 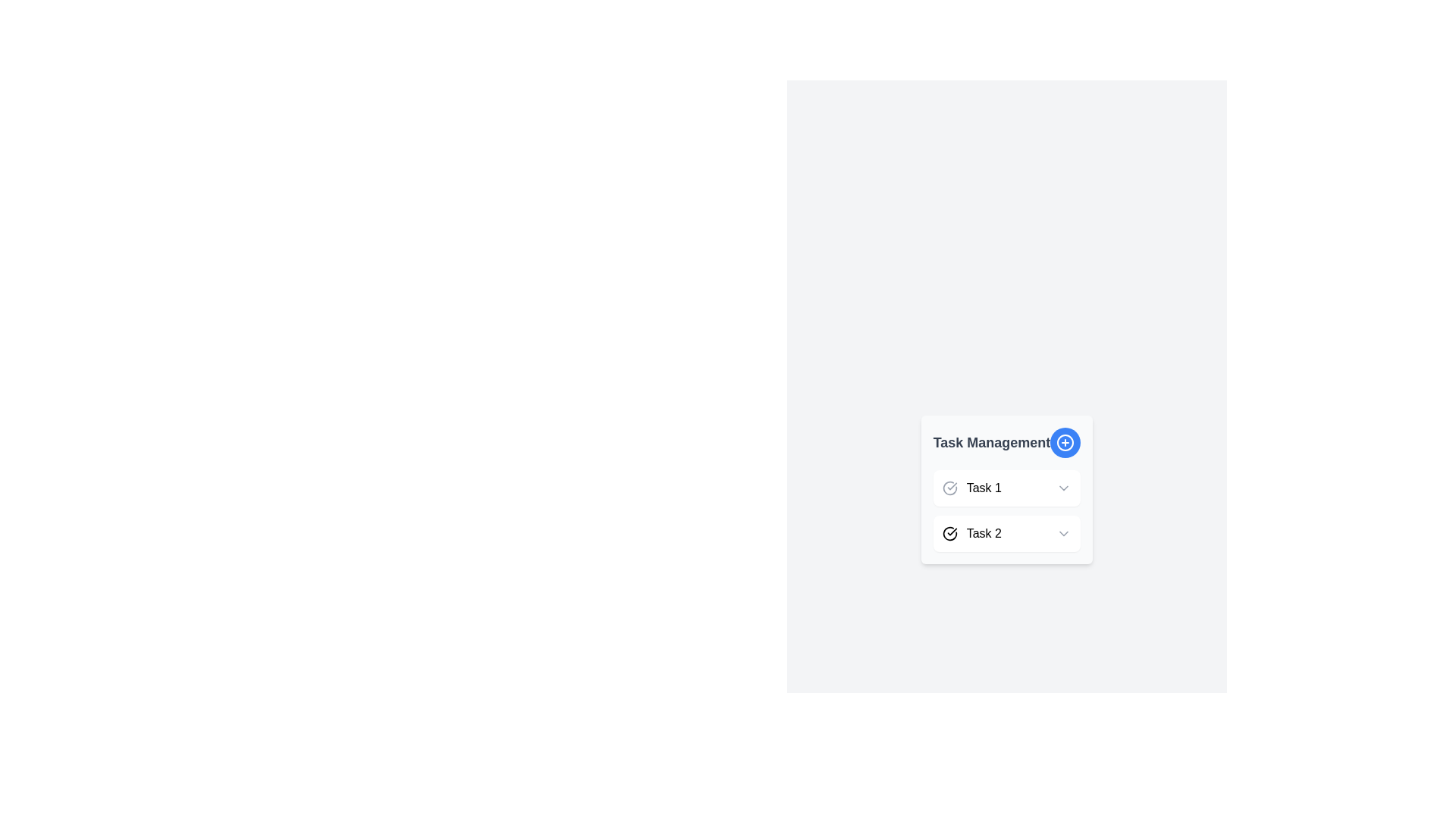 What do you see at coordinates (984, 488) in the screenshot?
I see `the text element displaying 'Task 1' which is located in the task list under the 'Task Management' heading, to the right of an empty checkbox icon` at bounding box center [984, 488].